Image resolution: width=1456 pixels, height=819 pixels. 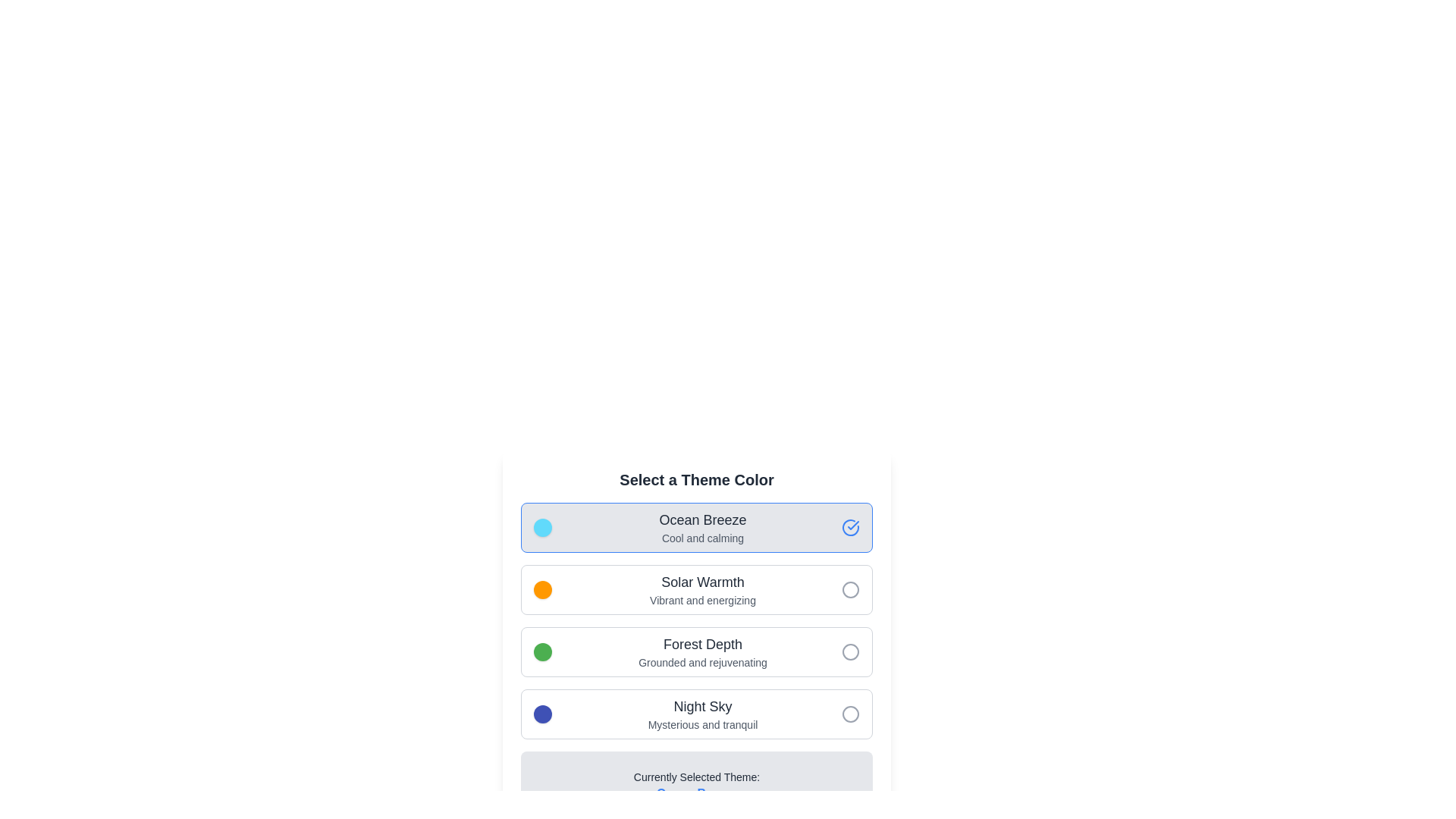 I want to click on the Text label that indicates the purpose of the section for selecting a theme color, positioned at the top of the section, so click(x=695, y=479).